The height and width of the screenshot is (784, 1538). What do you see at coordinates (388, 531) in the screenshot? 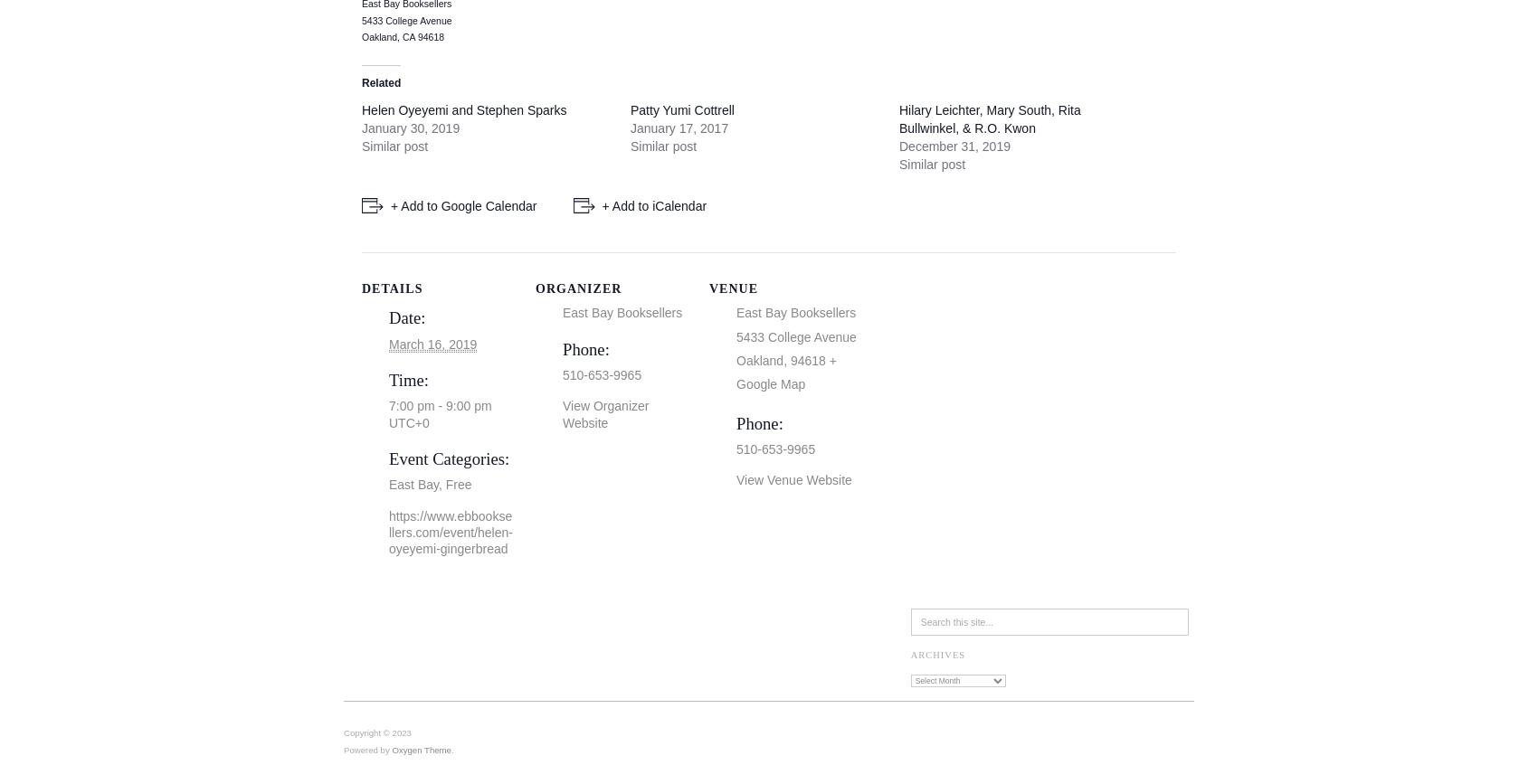
I see `'https://www.ebbooksellers.com/event/helen-oyeyemi-gingerbread'` at bounding box center [388, 531].